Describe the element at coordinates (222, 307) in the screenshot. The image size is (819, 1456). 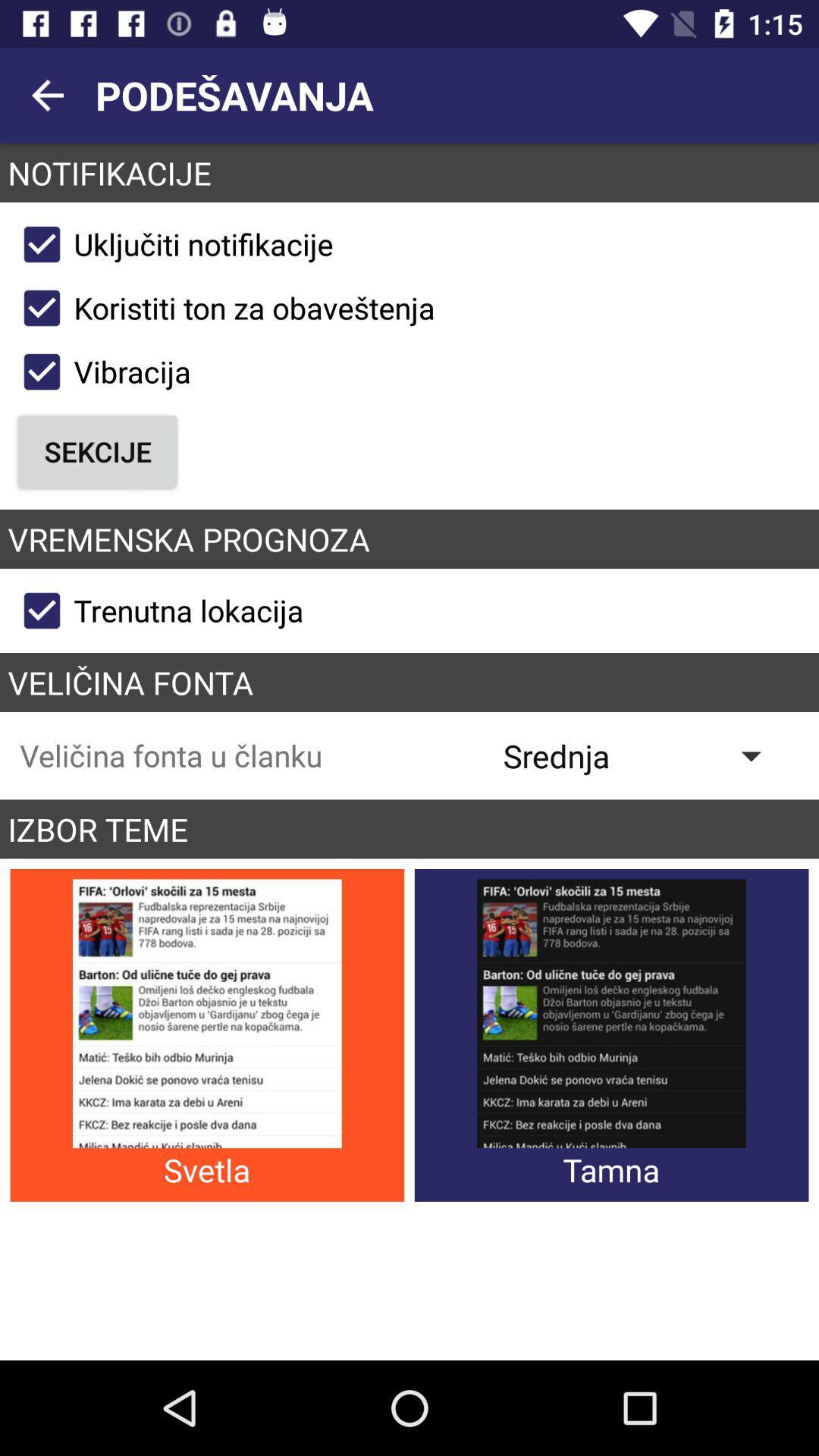
I see `koristiti ton za` at that location.